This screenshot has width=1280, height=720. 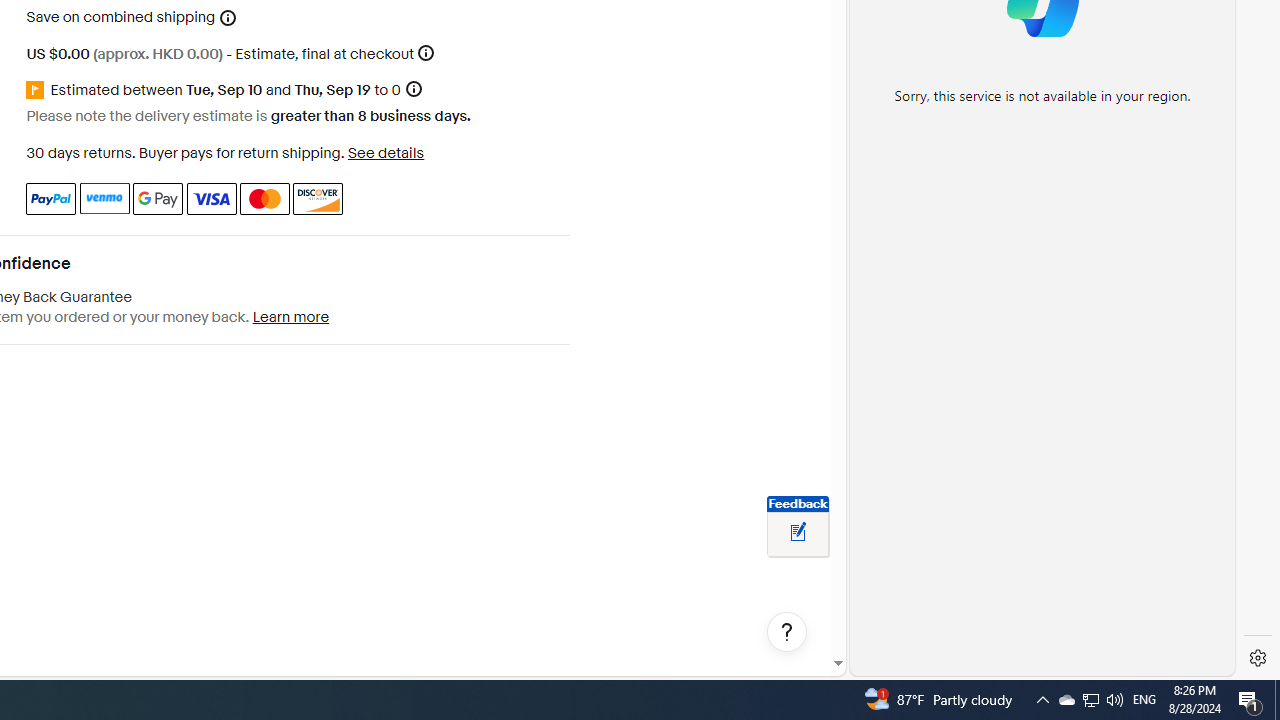 I want to click on 'Settings', so click(x=1257, y=658).